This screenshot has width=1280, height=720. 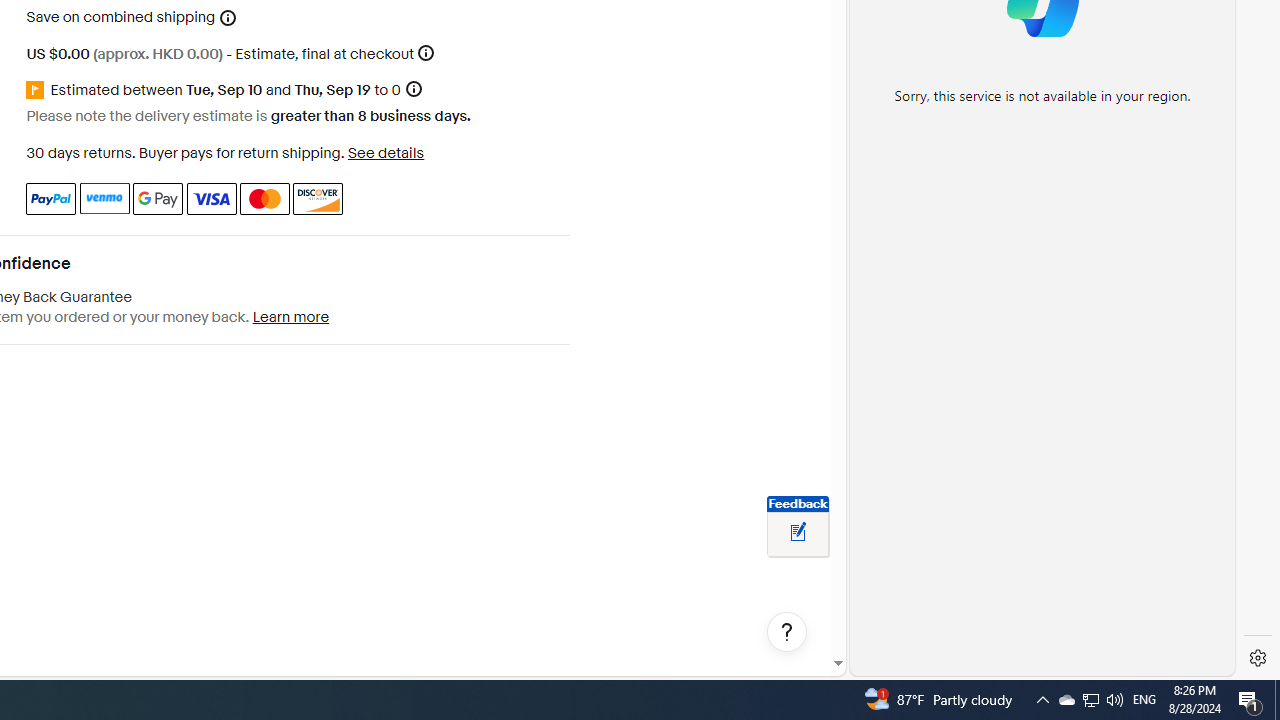 I want to click on 'Settings', so click(x=1257, y=658).